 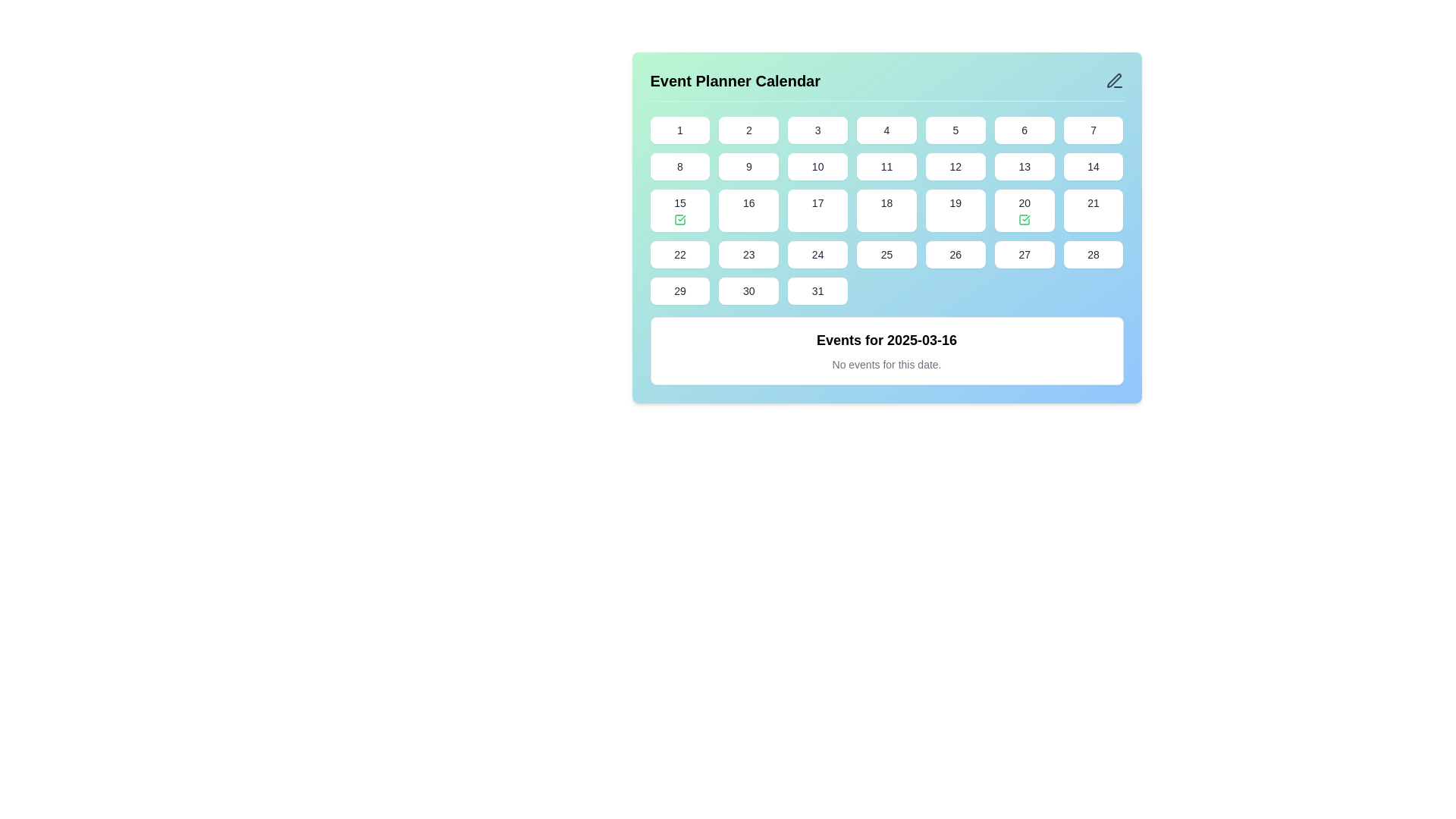 I want to click on the calendar button representing date 4, which is the fourth button in the first row of the grid layout in the calendar interface, so click(x=886, y=130).